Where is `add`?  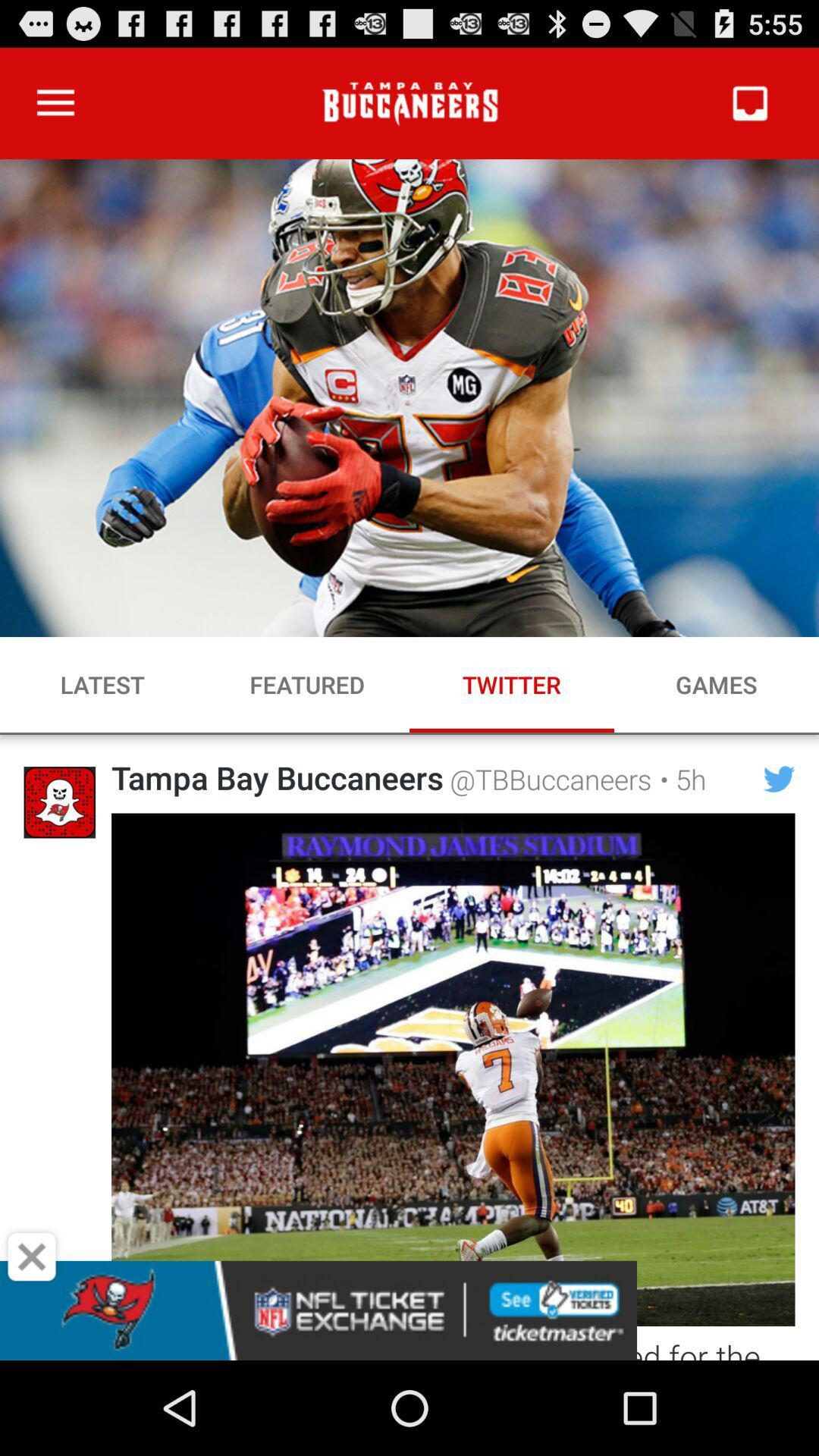 add is located at coordinates (32, 1257).